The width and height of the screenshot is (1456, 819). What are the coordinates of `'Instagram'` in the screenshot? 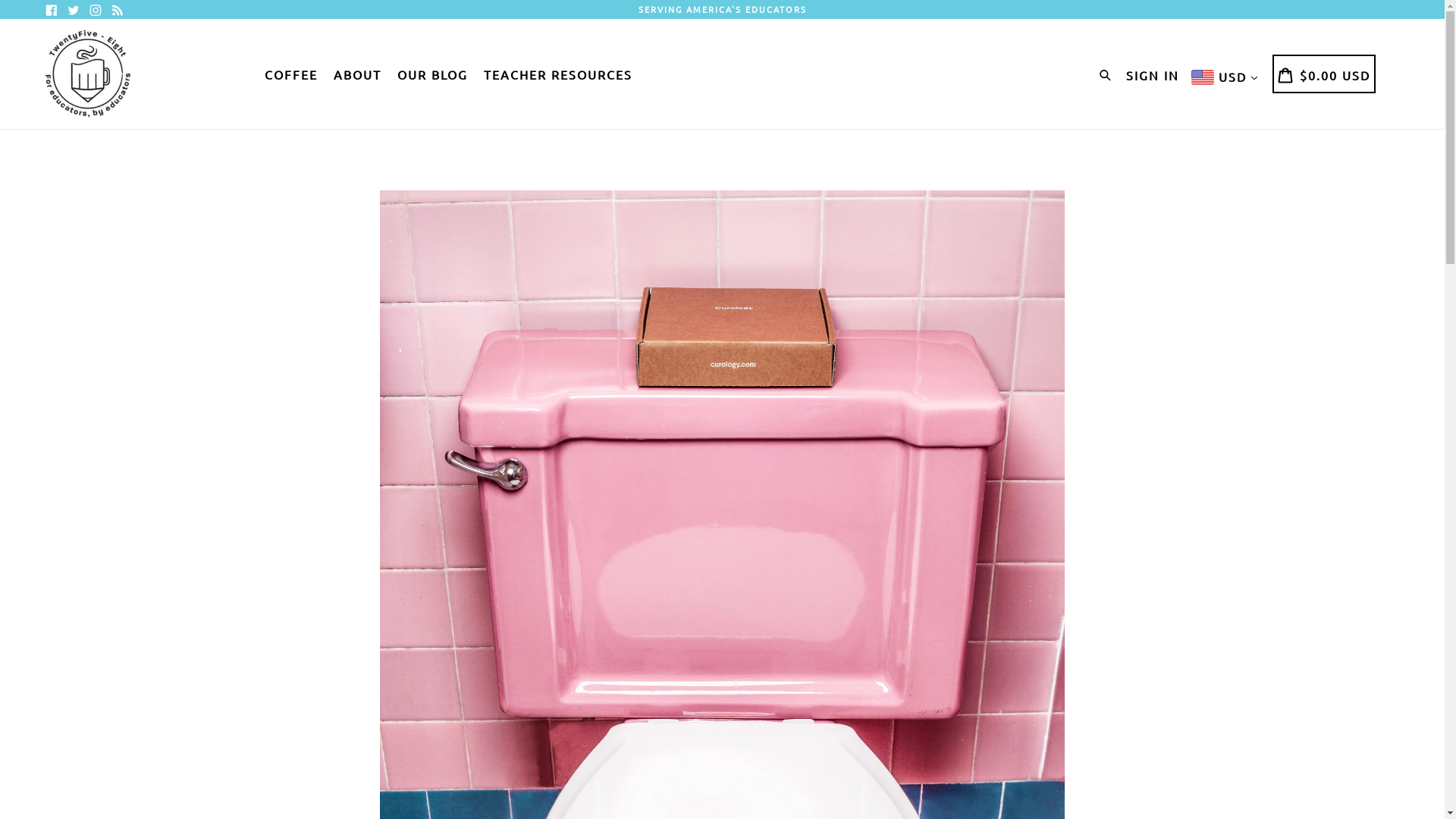 It's located at (94, 10).